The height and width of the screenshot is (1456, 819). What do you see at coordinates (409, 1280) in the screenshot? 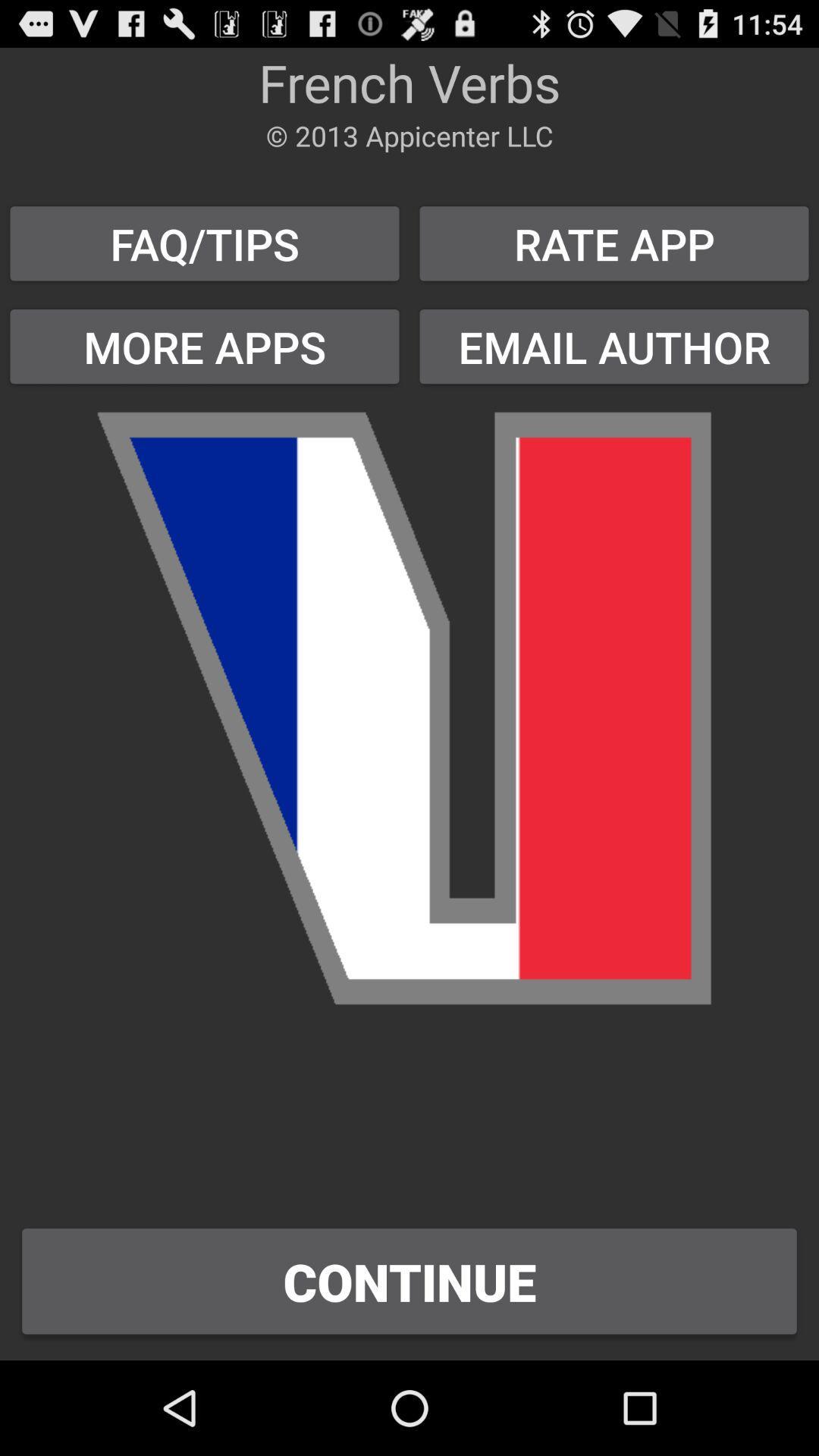
I see `icon at the bottom` at bounding box center [409, 1280].